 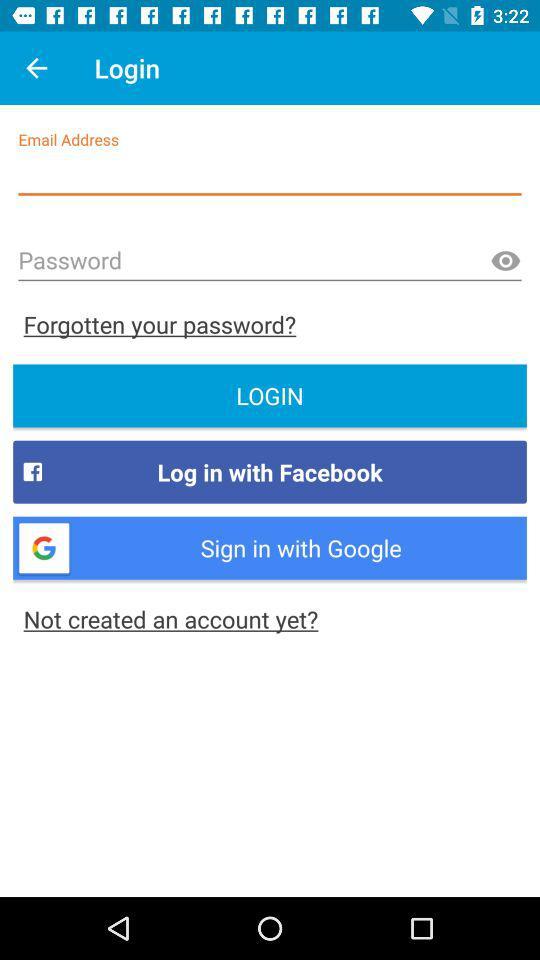 What do you see at coordinates (270, 260) in the screenshot?
I see `password textbox` at bounding box center [270, 260].